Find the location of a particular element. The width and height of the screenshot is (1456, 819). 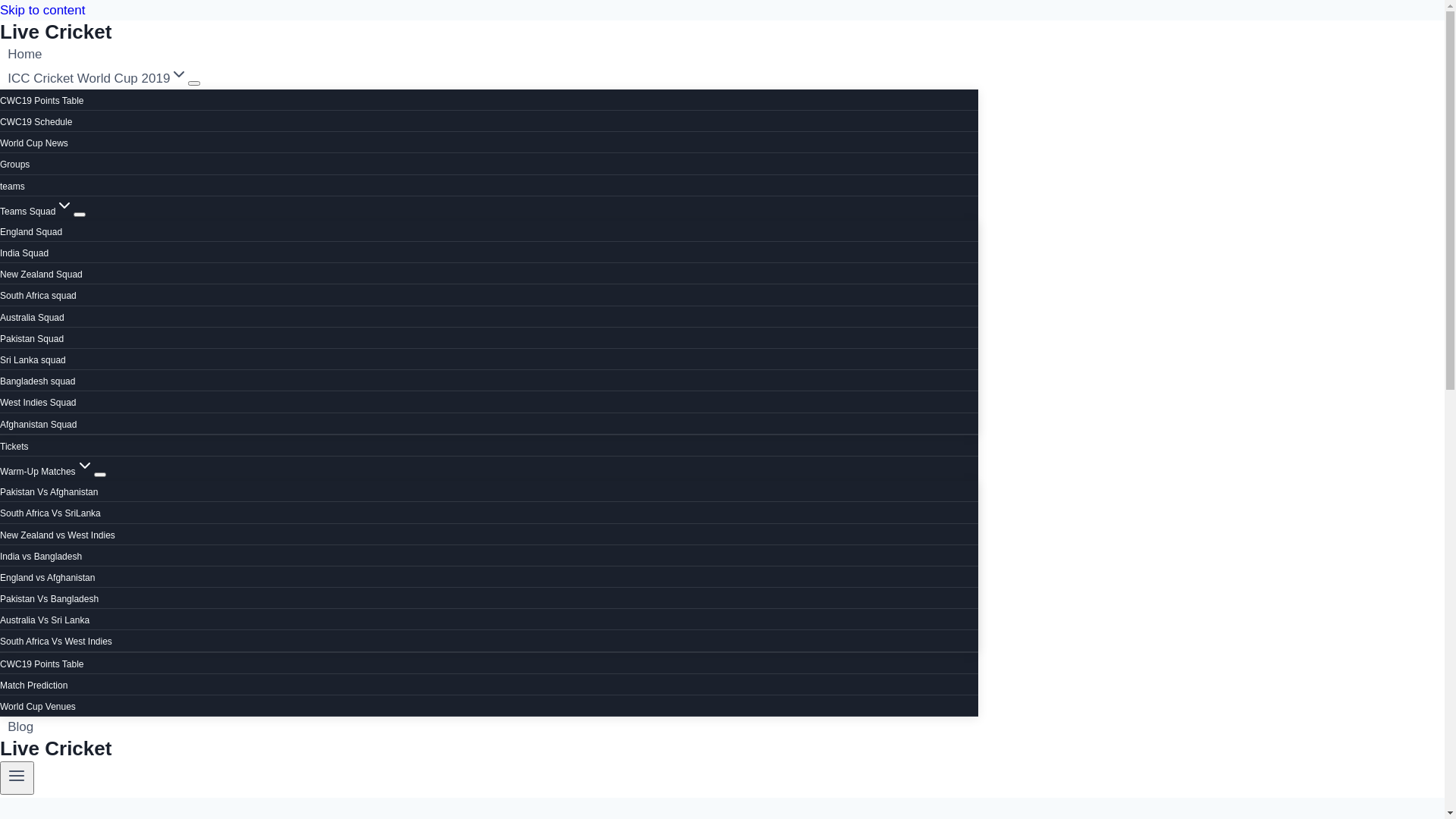

'CWC19 Schedule' is located at coordinates (0, 121).